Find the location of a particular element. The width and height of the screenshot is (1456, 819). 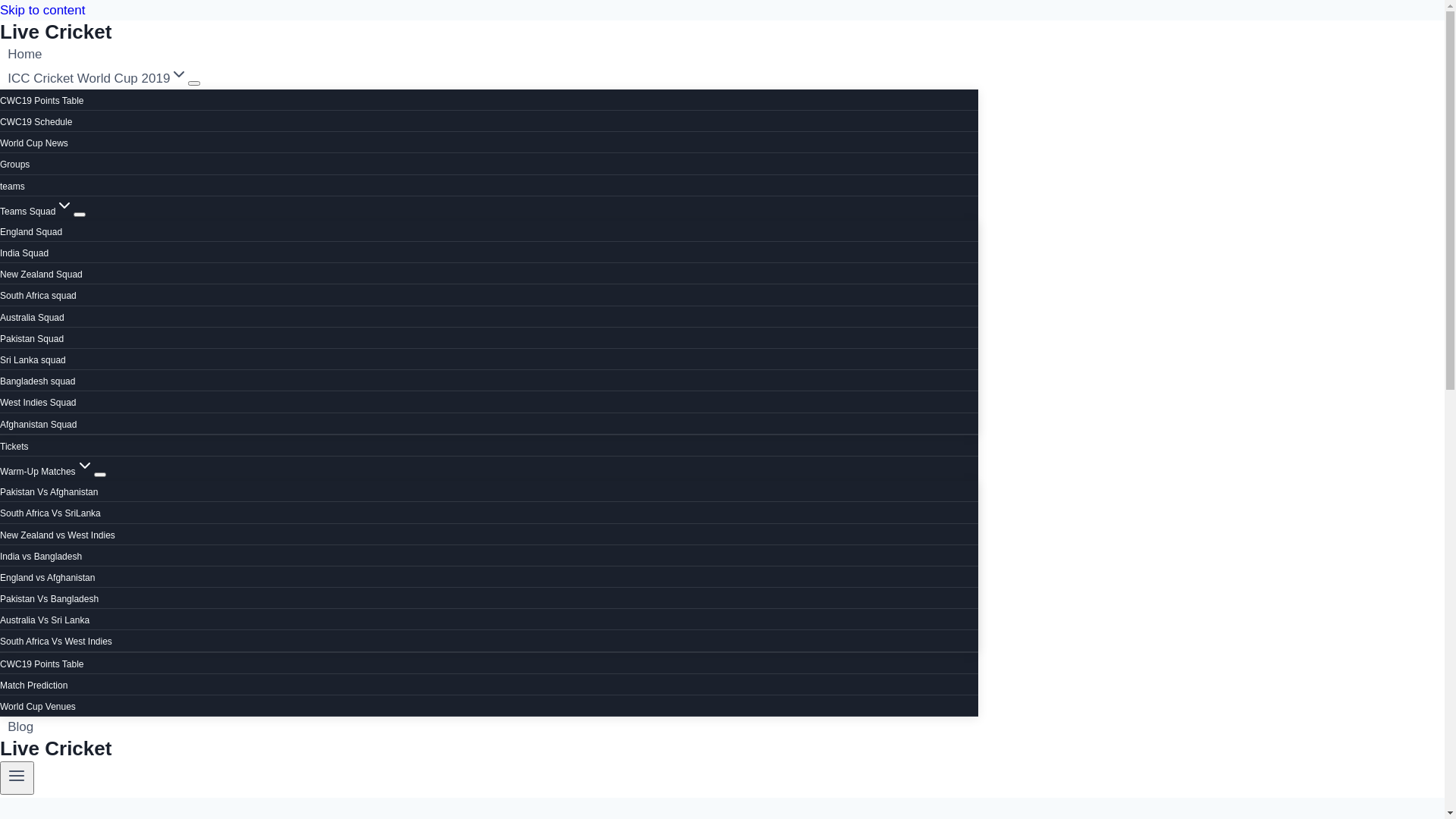

'CWC19 Schedule' is located at coordinates (0, 121).